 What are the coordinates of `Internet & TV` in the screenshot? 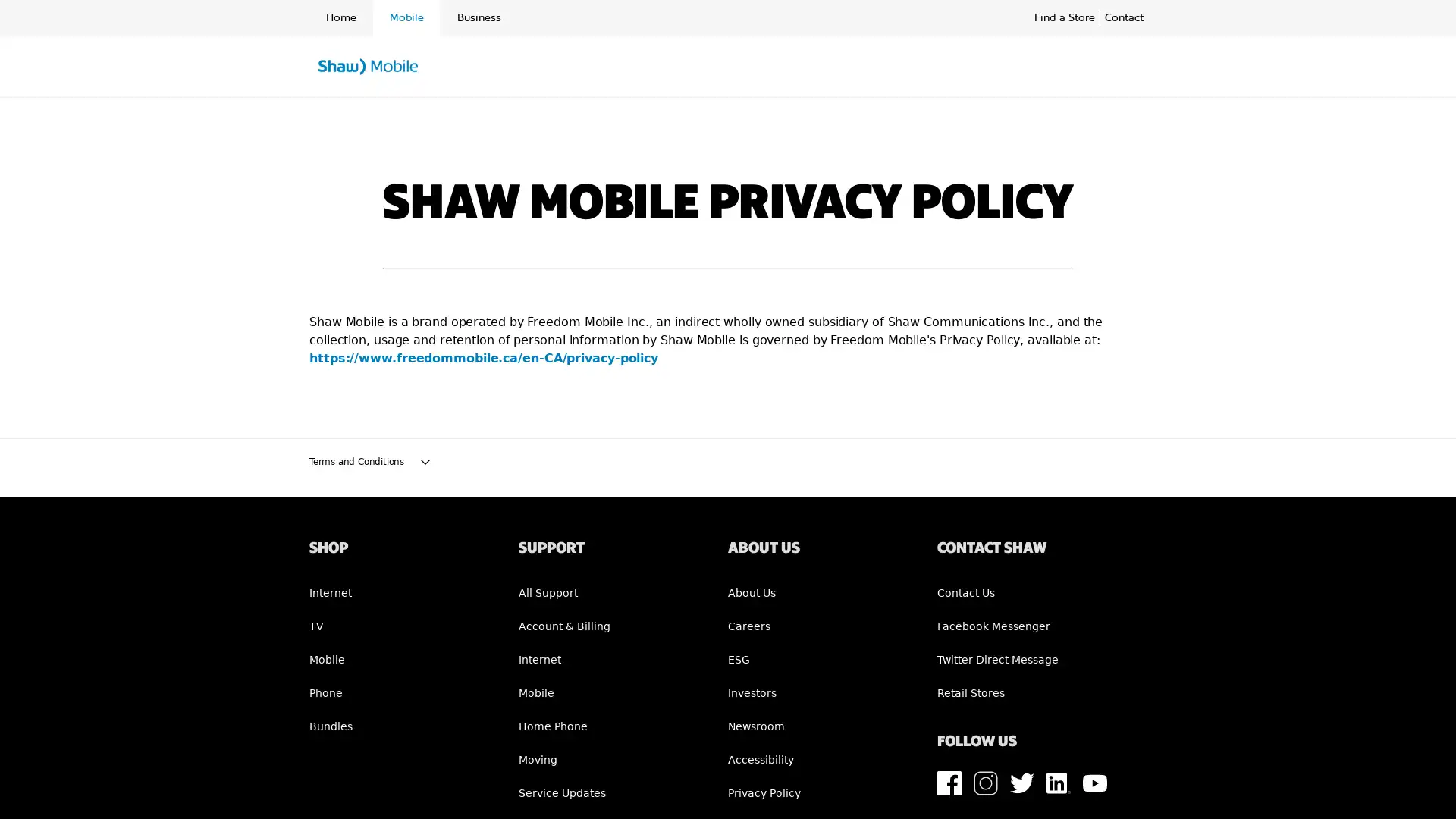 It's located at (653, 67).